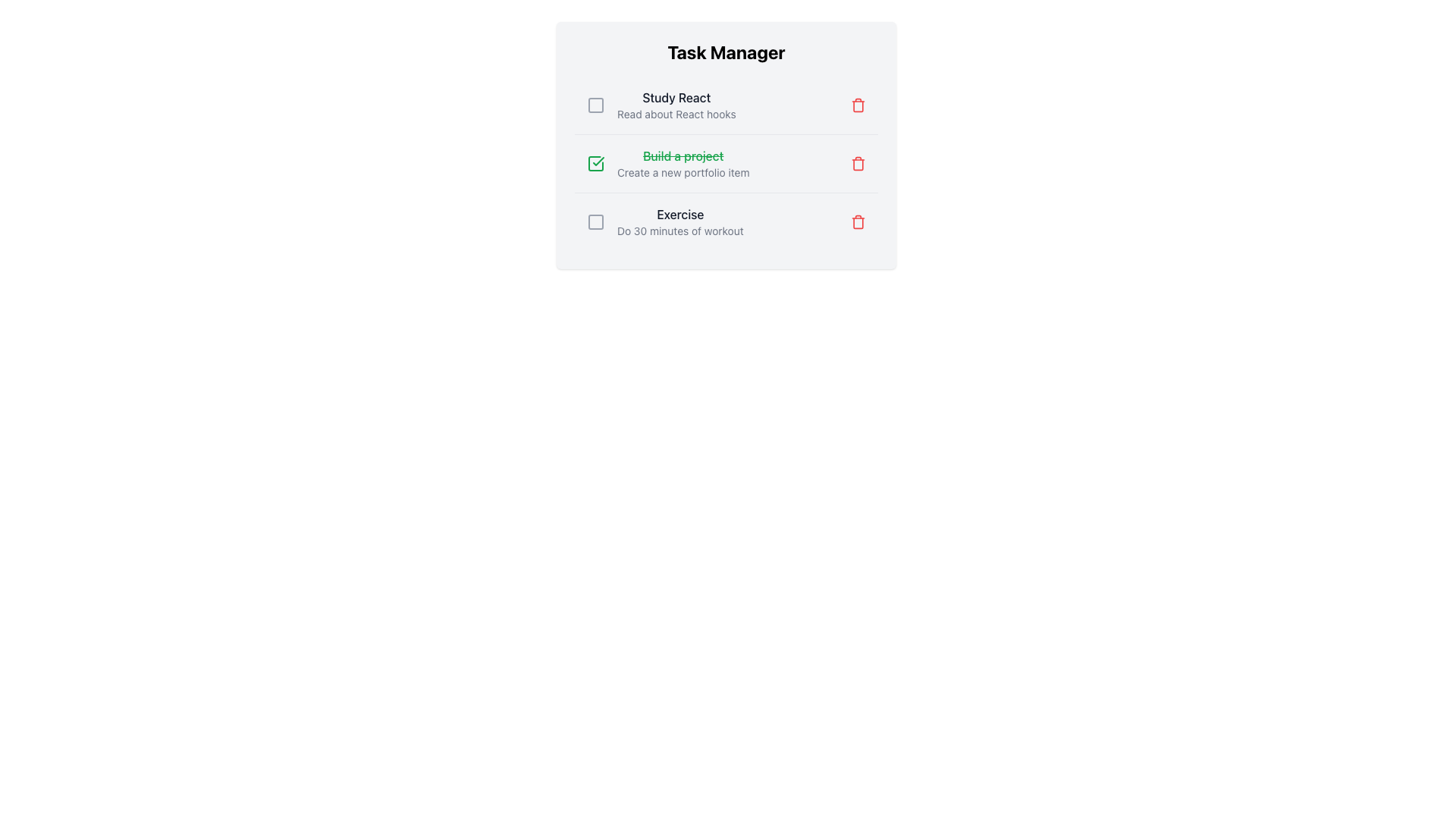 The image size is (1456, 819). What do you see at coordinates (858, 164) in the screenshot?
I see `the lower part of the red trash bin icon in the Task Manager interface, which is styled with sharp lines and is the second element among its siblings` at bounding box center [858, 164].